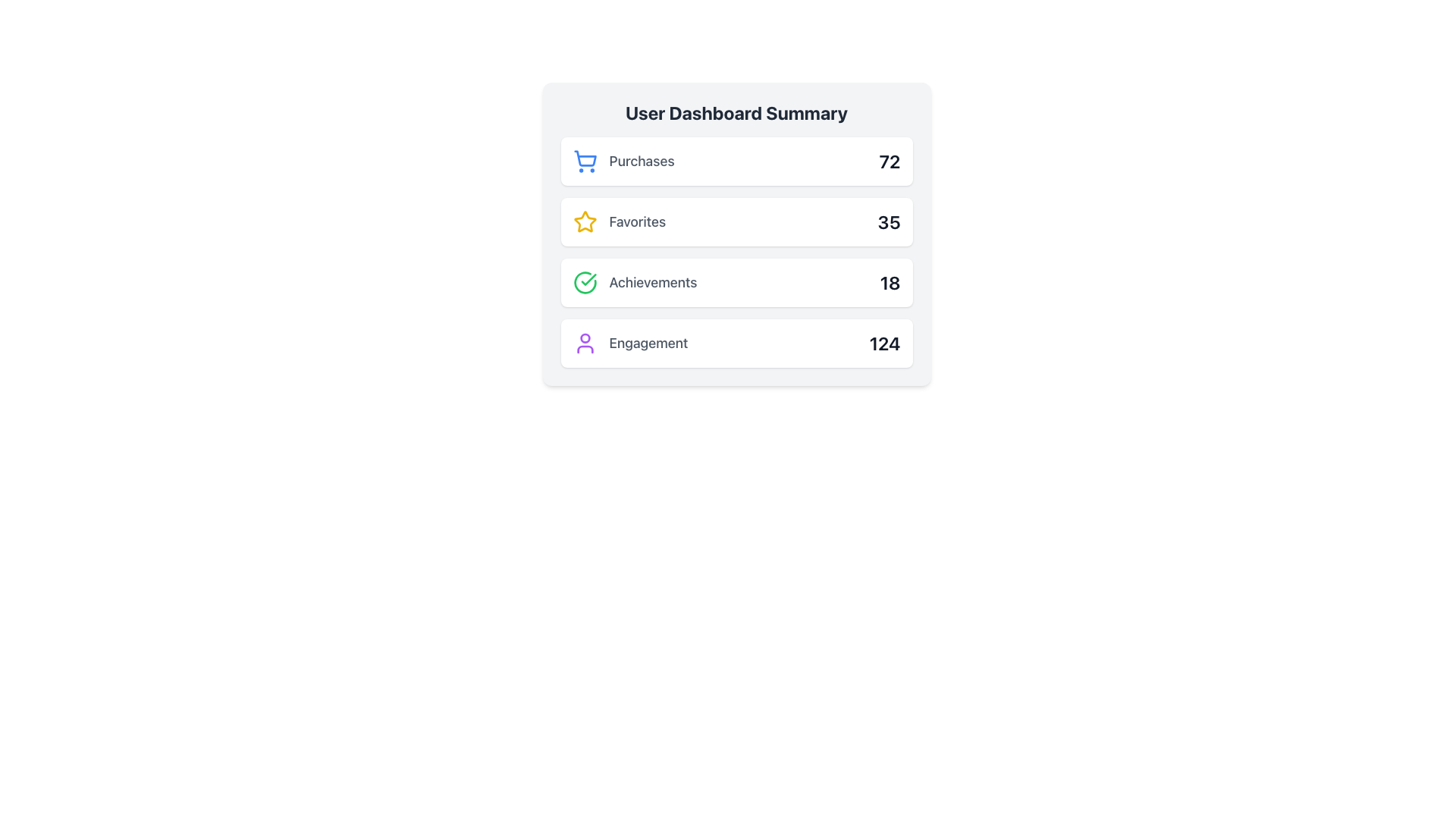 This screenshot has height=819, width=1456. I want to click on the 'Favorites' text label on the dashboard, which indicates the section for favorite items and is located next to the star icon, so click(619, 222).